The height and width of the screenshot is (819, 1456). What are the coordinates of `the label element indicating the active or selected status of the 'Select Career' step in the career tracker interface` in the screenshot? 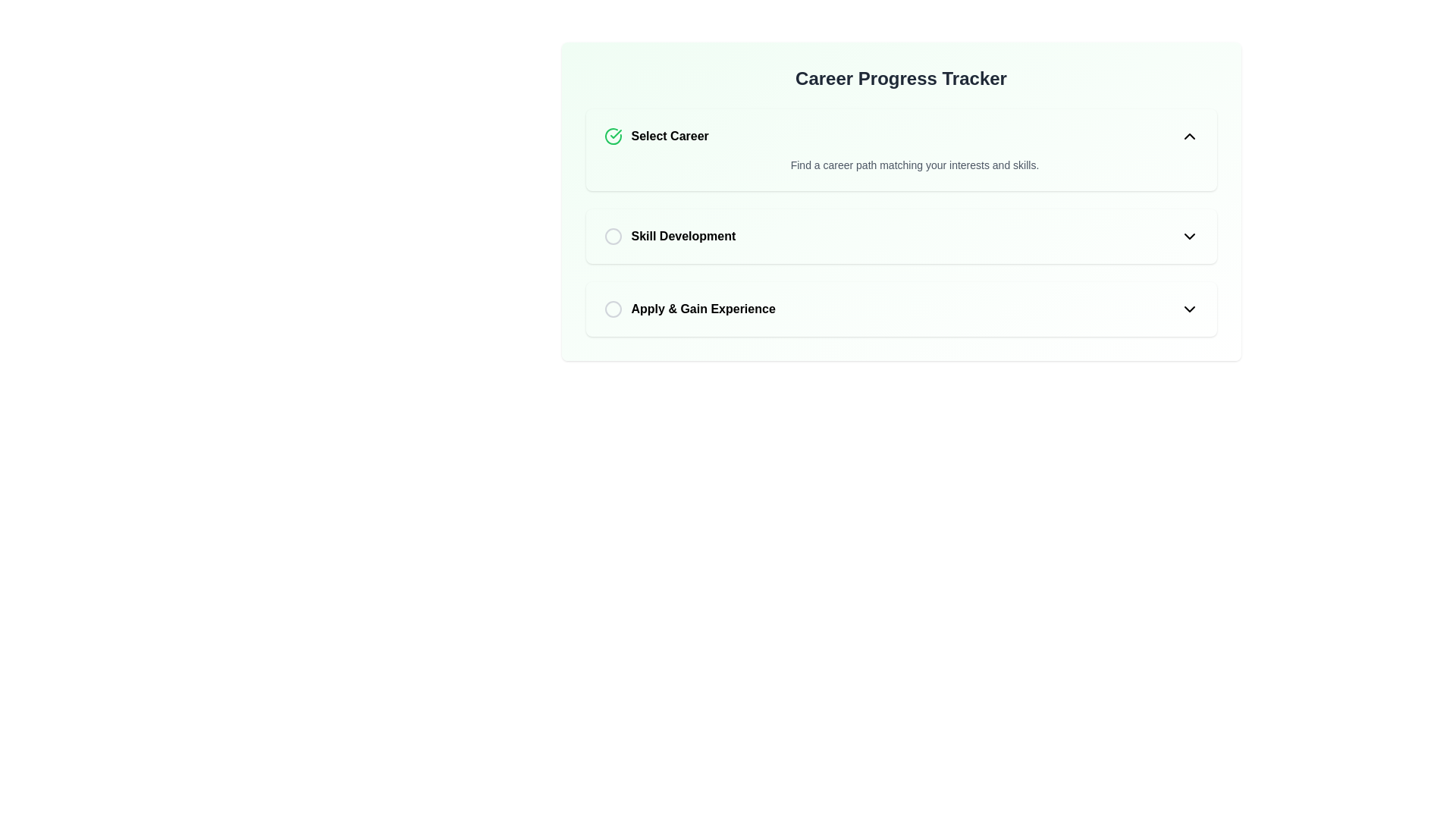 It's located at (656, 136).